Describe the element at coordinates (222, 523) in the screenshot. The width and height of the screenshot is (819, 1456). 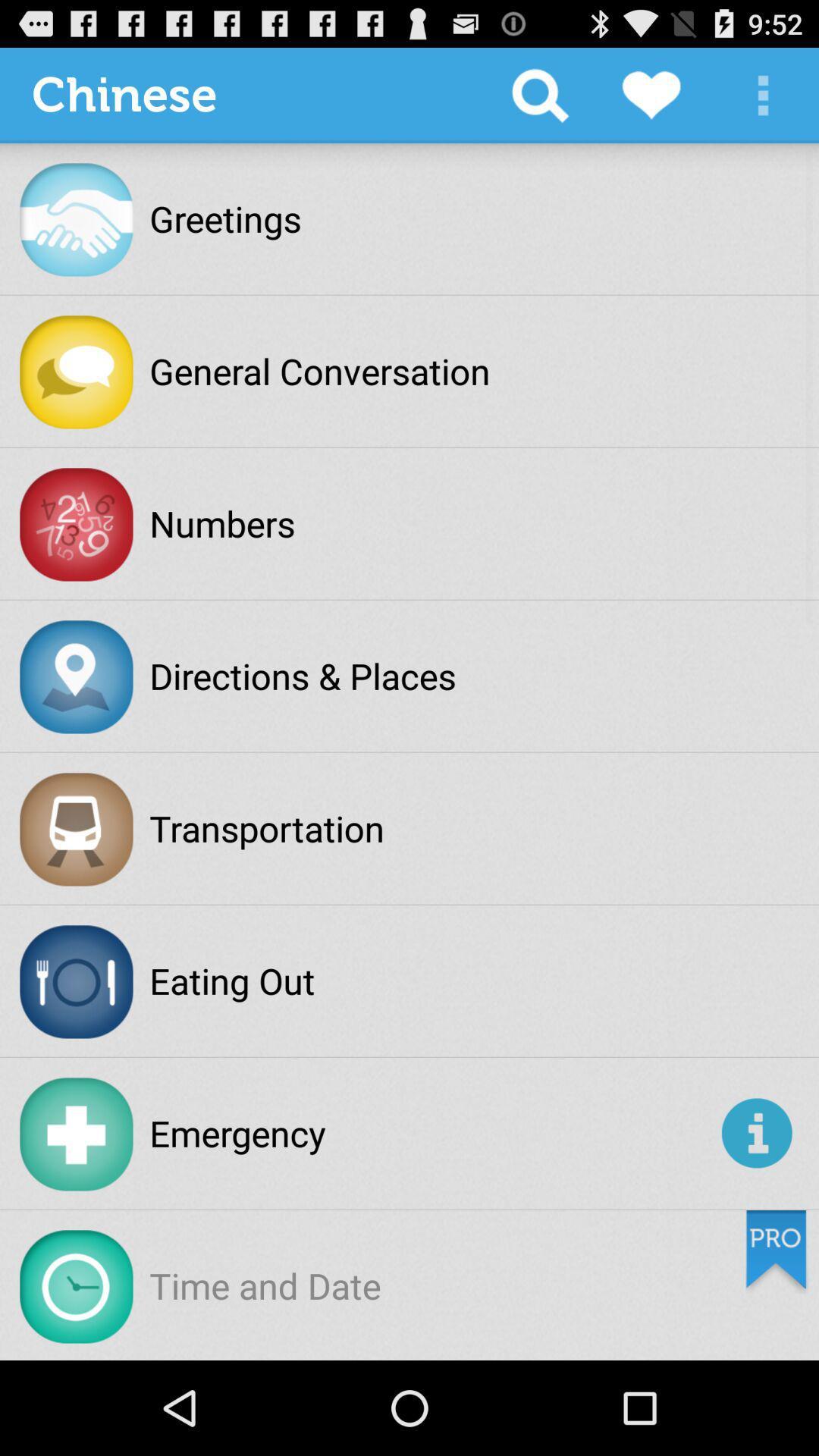
I see `the numbers icon` at that location.